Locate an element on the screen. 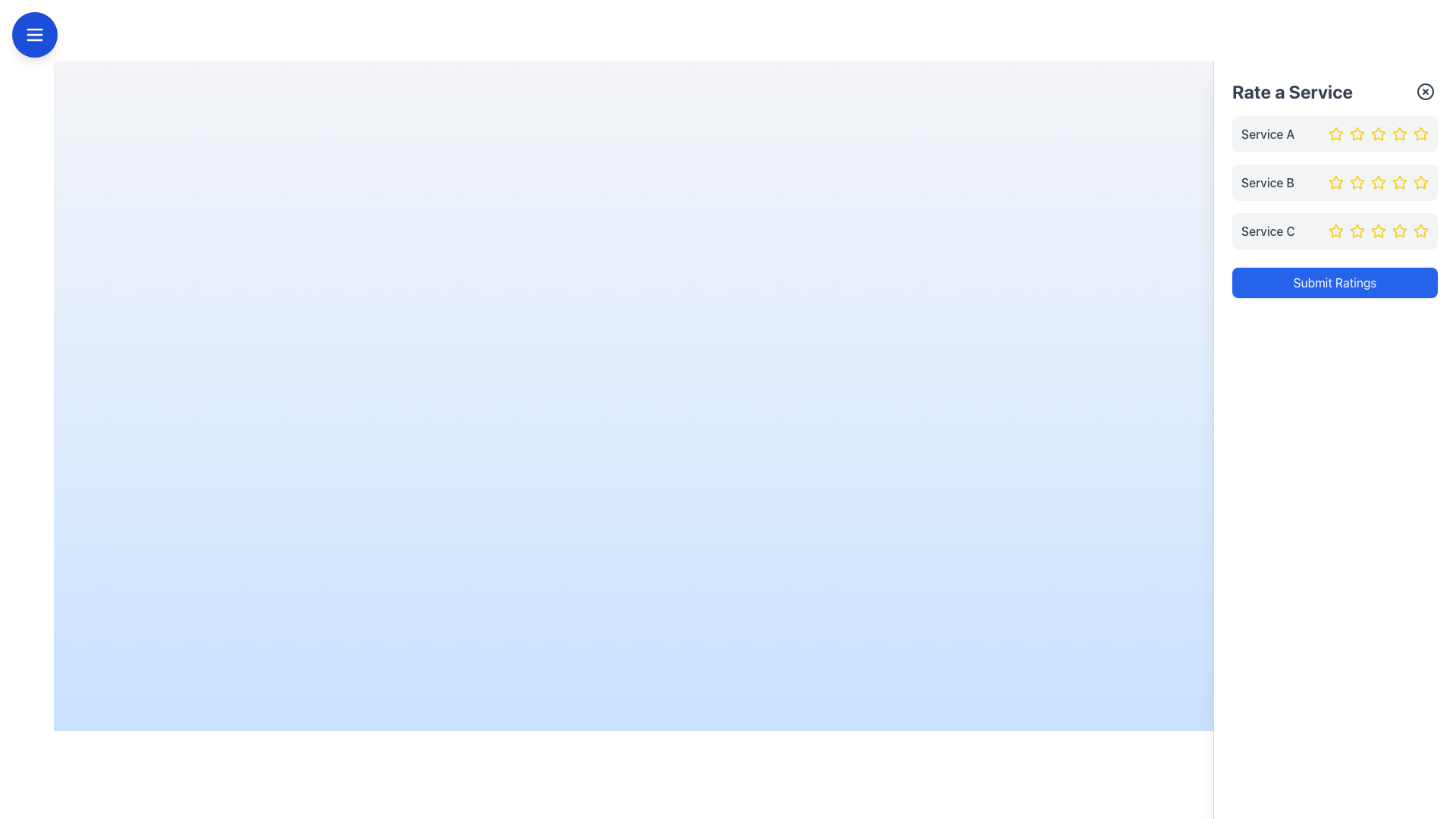 The width and height of the screenshot is (1456, 819). the first star in the rating system located beneath the label 'Service C' to rate the service is located at coordinates (1335, 231).